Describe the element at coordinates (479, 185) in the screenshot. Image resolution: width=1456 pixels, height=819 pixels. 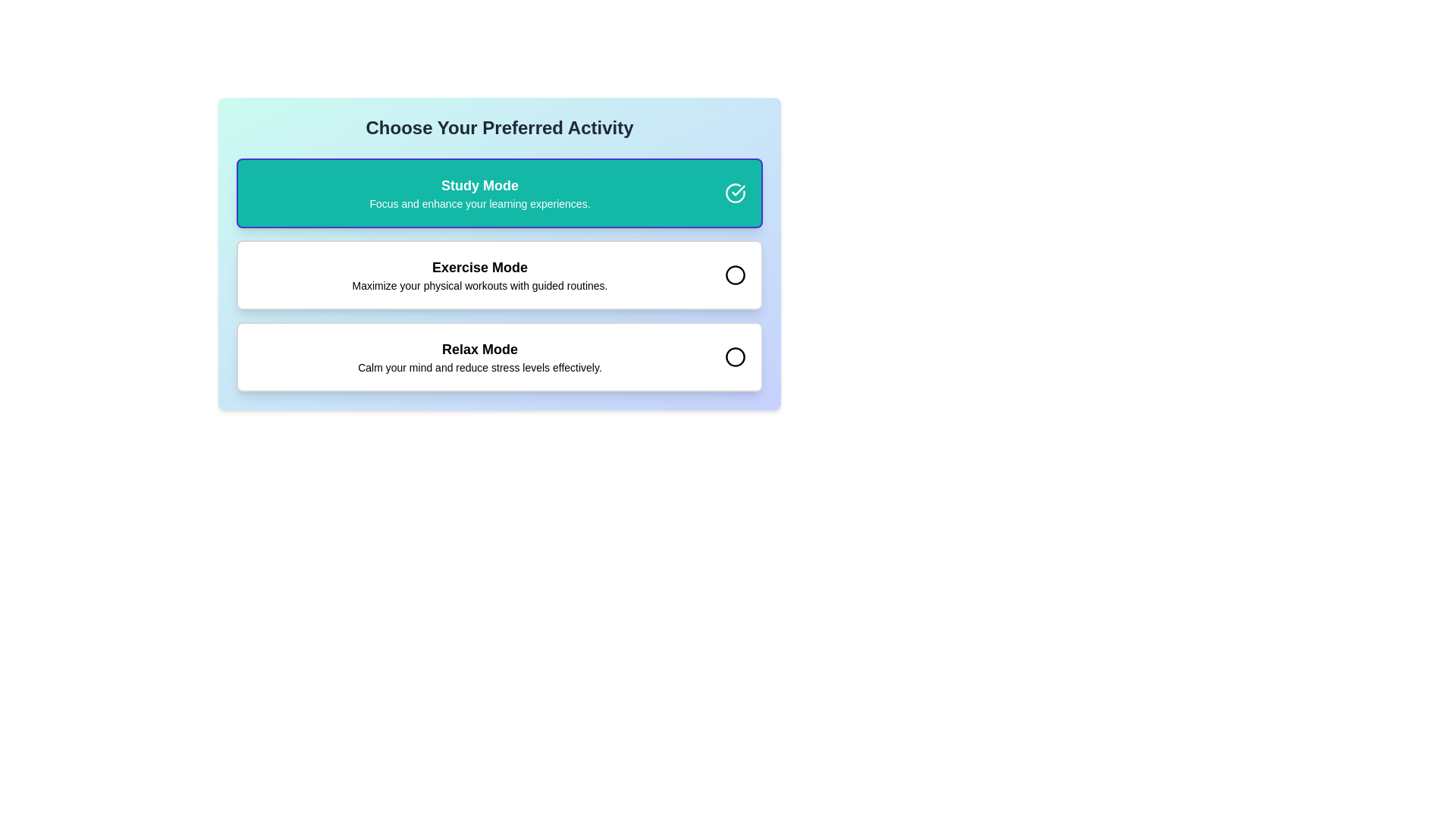
I see `the 'Study Mode' text label, which is the first element in a teal rounded rectangular area that indicates the selection option` at that location.